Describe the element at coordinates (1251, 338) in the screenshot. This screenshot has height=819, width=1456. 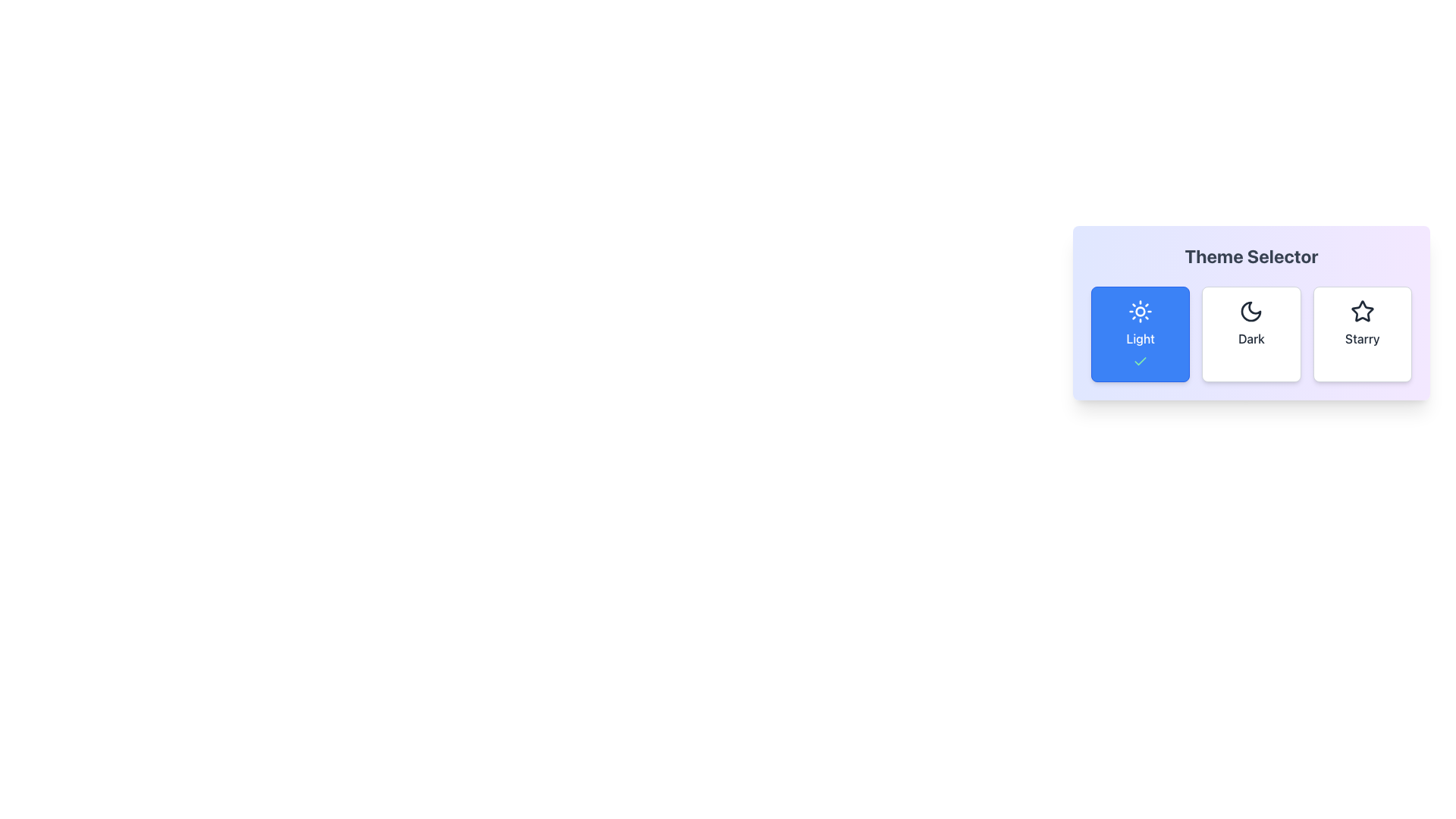
I see `text label for the dark mode option in the 'Theme Selector', which is the second choice from the left below the crescent moon icon` at that location.